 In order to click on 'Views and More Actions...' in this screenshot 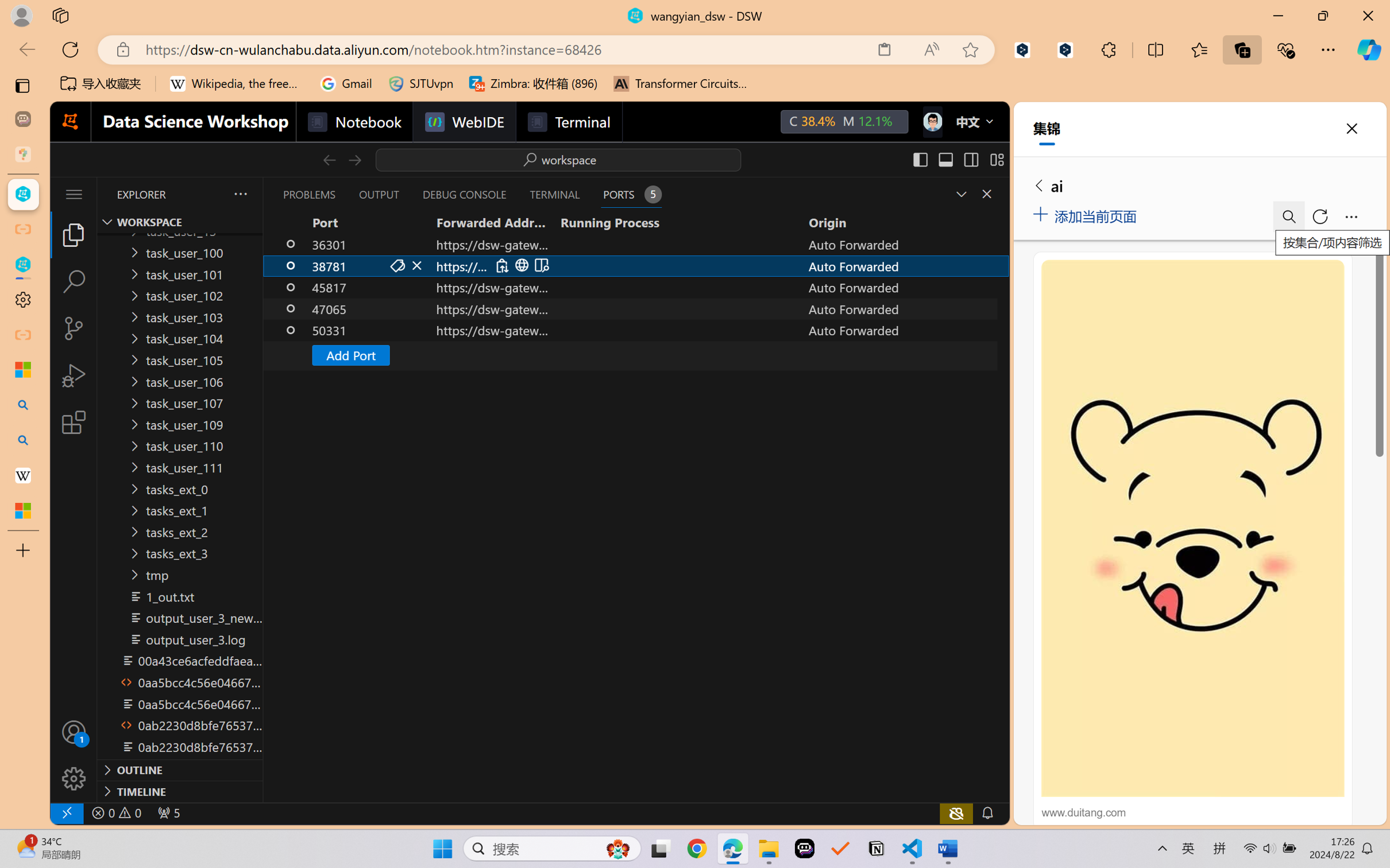, I will do `click(239, 193)`.